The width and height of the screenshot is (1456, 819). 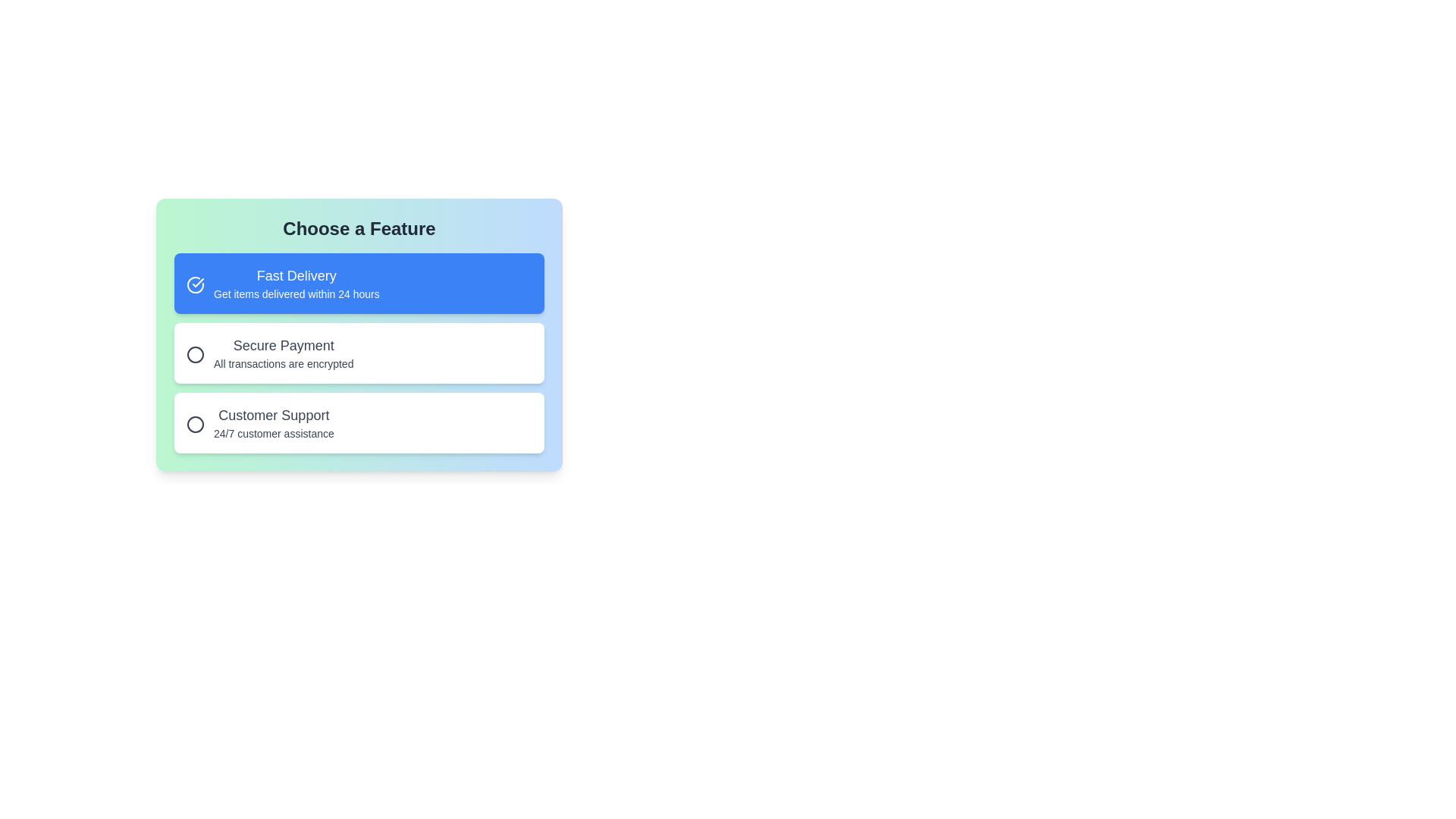 I want to click on the unfilled radio button adjacent to the 'Customer Support' text, so click(x=193, y=423).